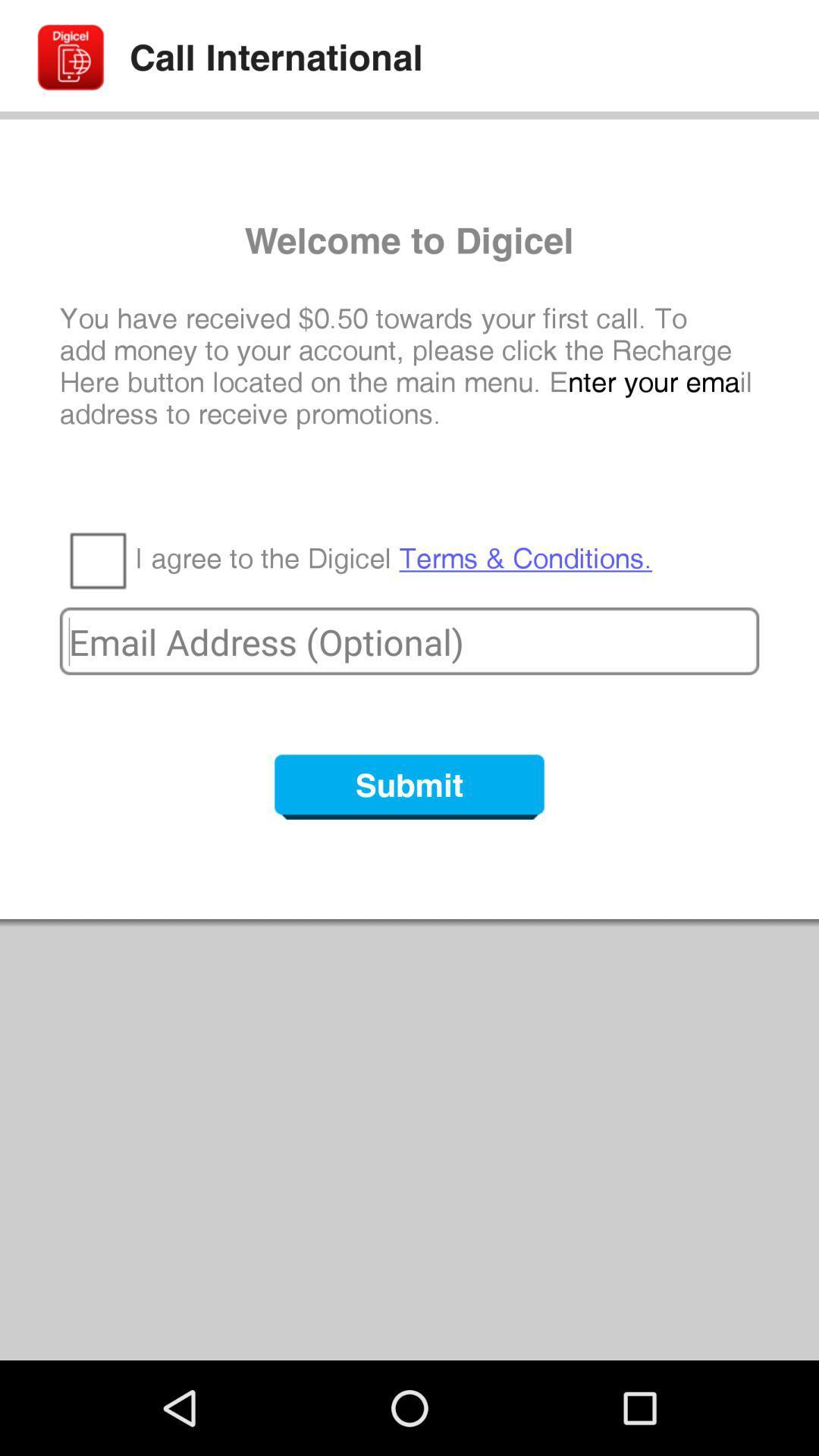  Describe the element at coordinates (97, 559) in the screenshot. I see `the item next to the i agree to` at that location.